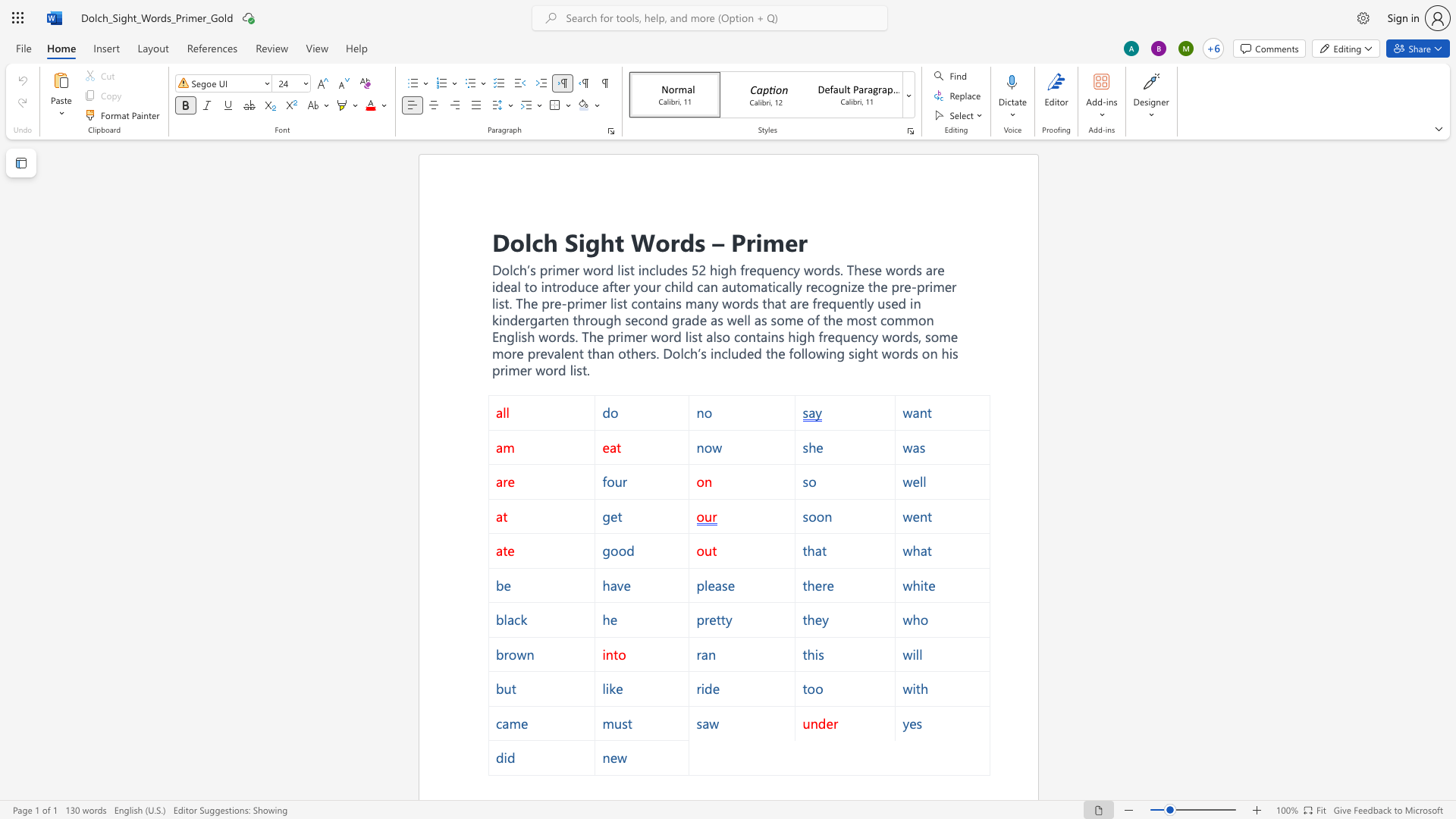  What do you see at coordinates (586, 240) in the screenshot?
I see `the space between the continuous character "i" and "g" in the text` at bounding box center [586, 240].